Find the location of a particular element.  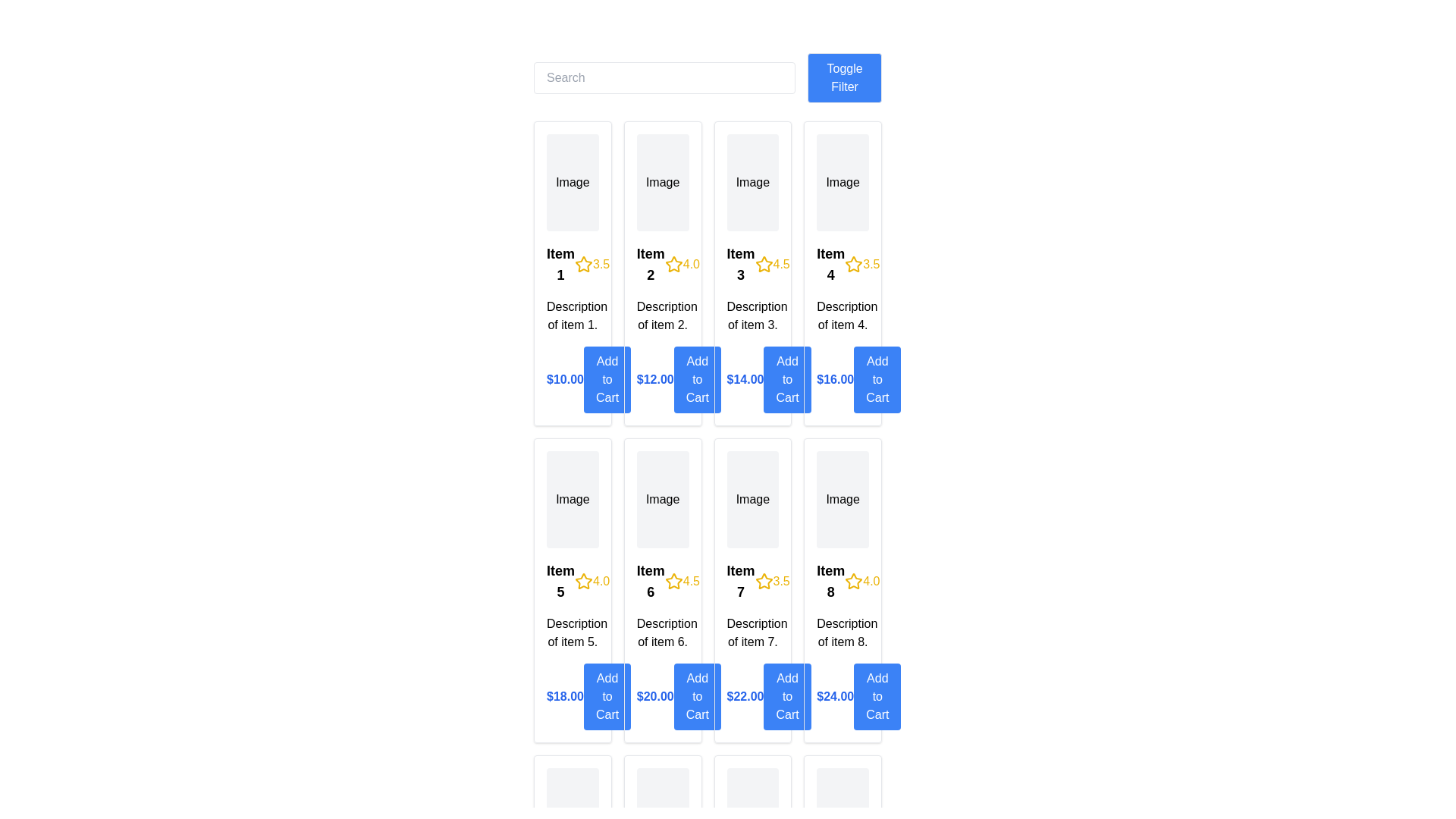

the Text label displaying the price of item 5, positioned above the 'Add to Cart' button is located at coordinates (564, 696).